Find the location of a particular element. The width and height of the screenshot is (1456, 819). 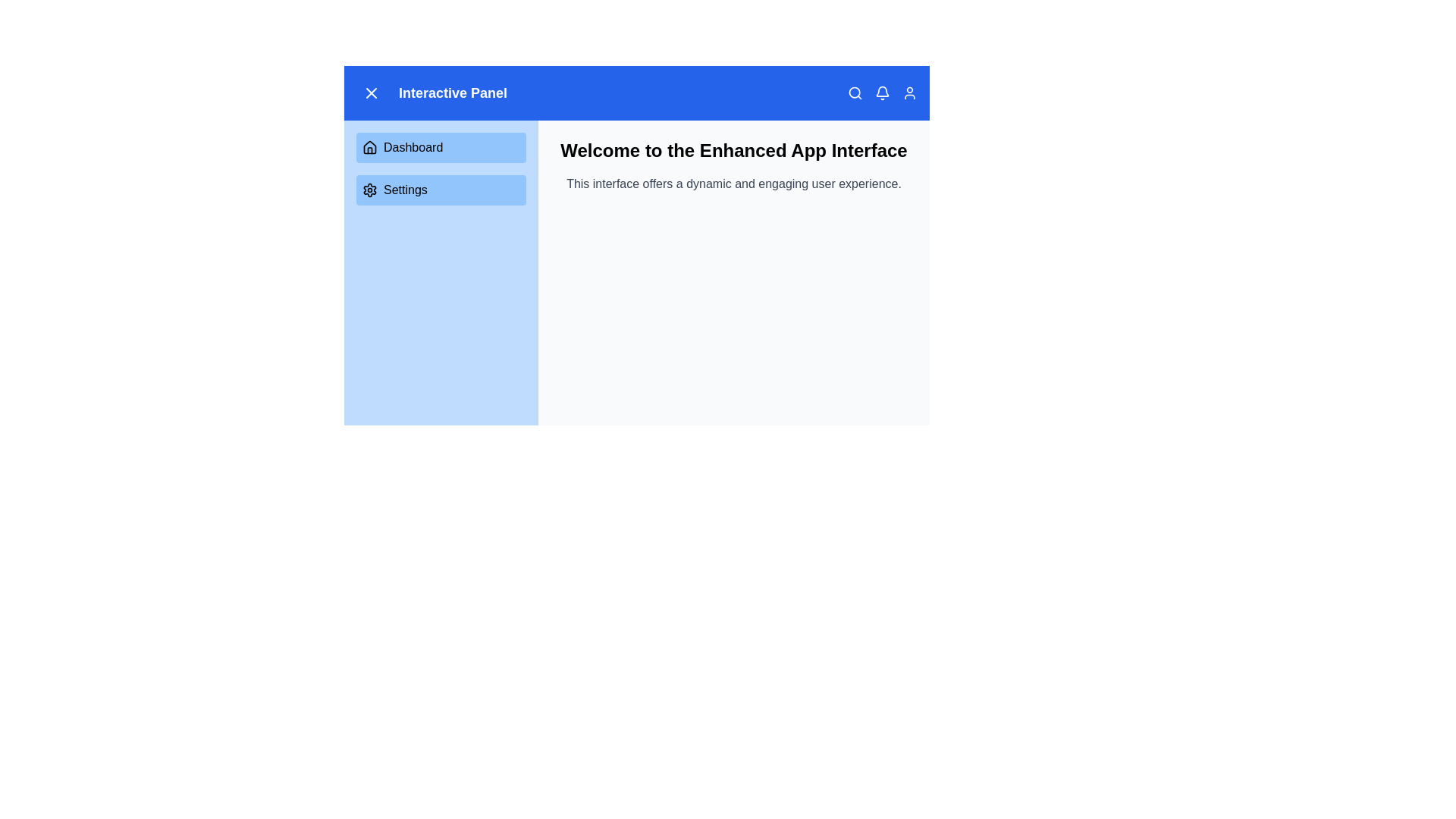

the 'Dashboard' button with a house-shaped icon in the light blue sidebar is located at coordinates (440, 148).